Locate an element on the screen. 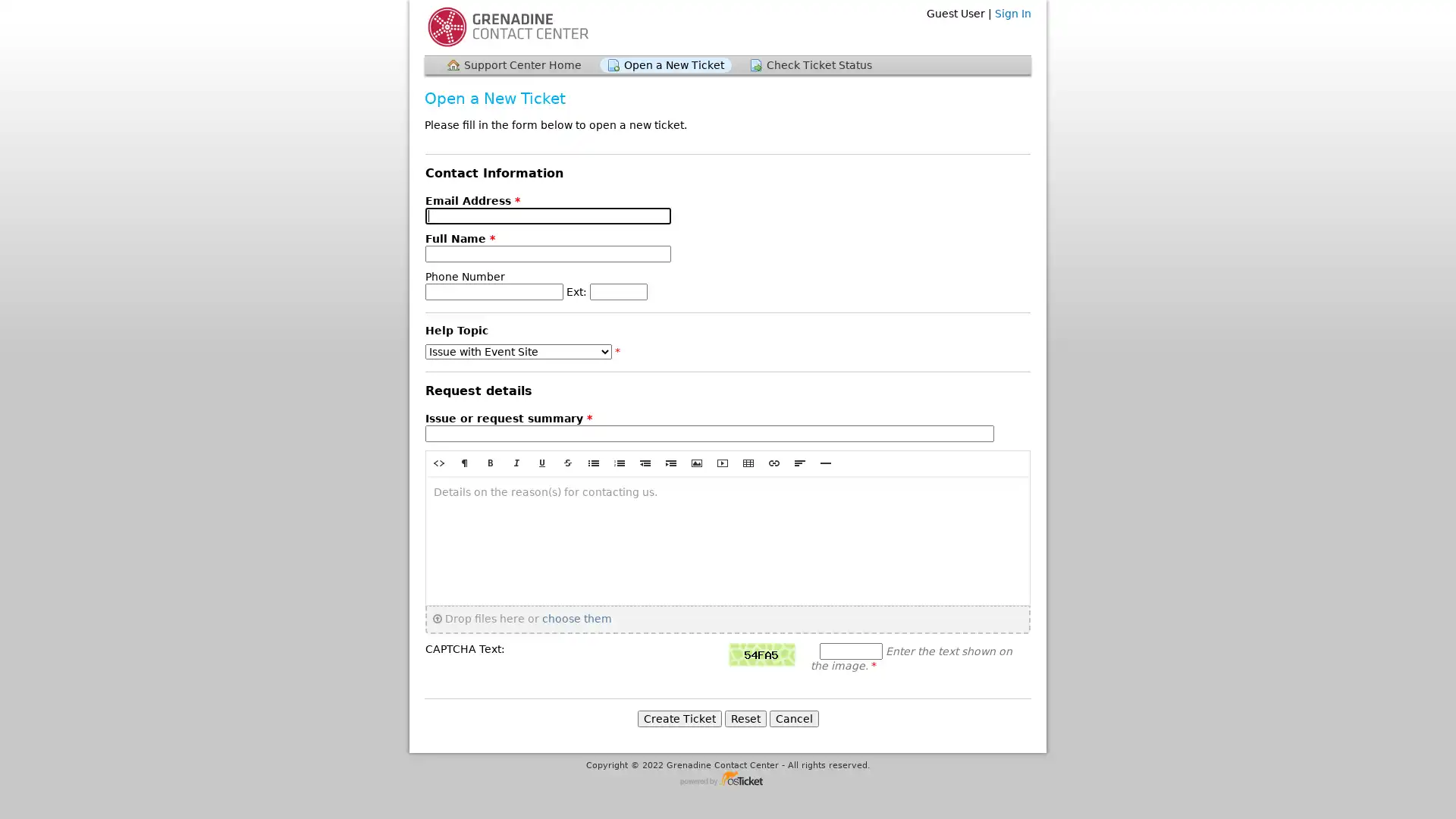  Cancel is located at coordinates (792, 717).